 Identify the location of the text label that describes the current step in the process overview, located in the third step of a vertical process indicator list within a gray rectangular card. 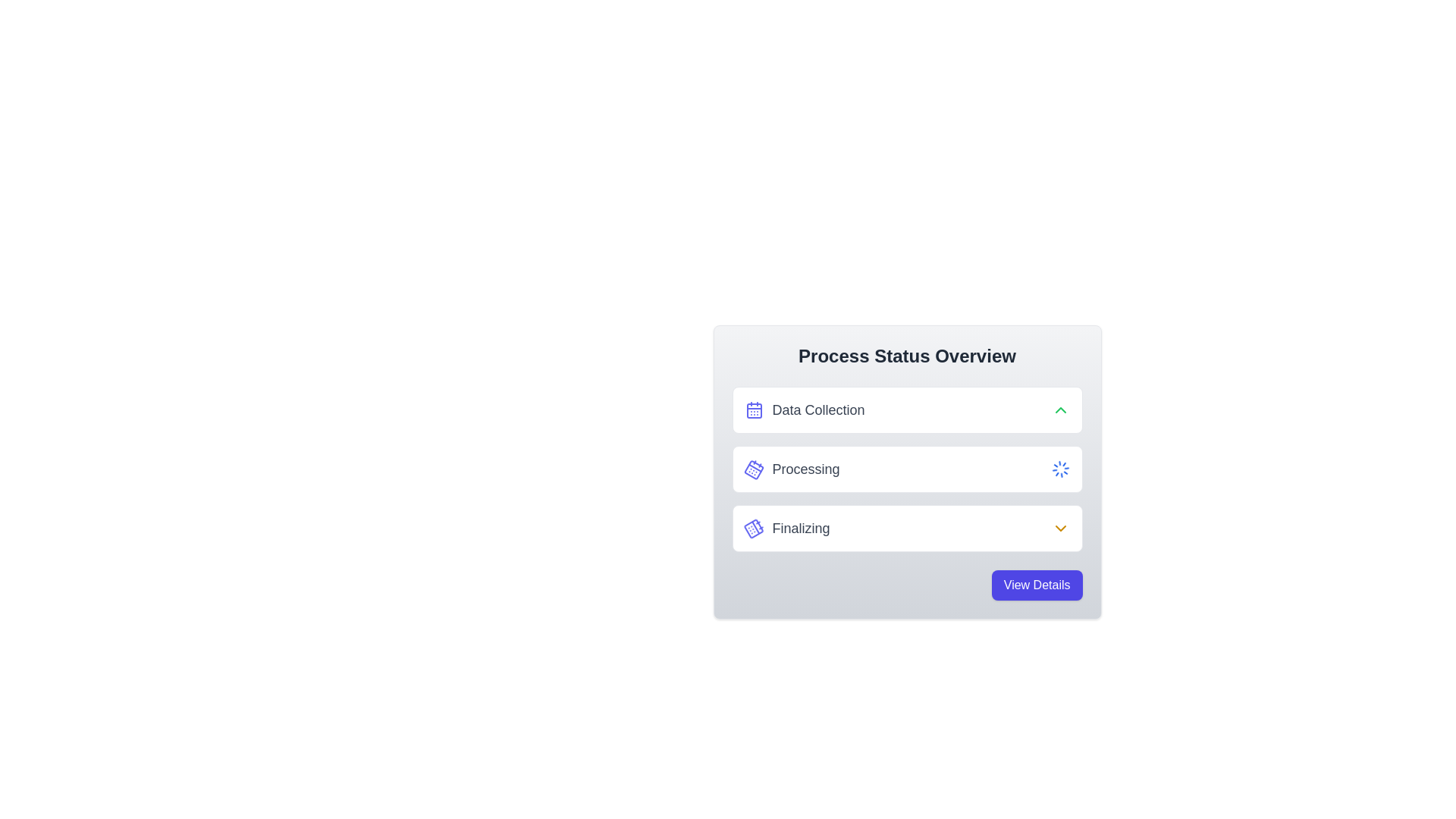
(800, 528).